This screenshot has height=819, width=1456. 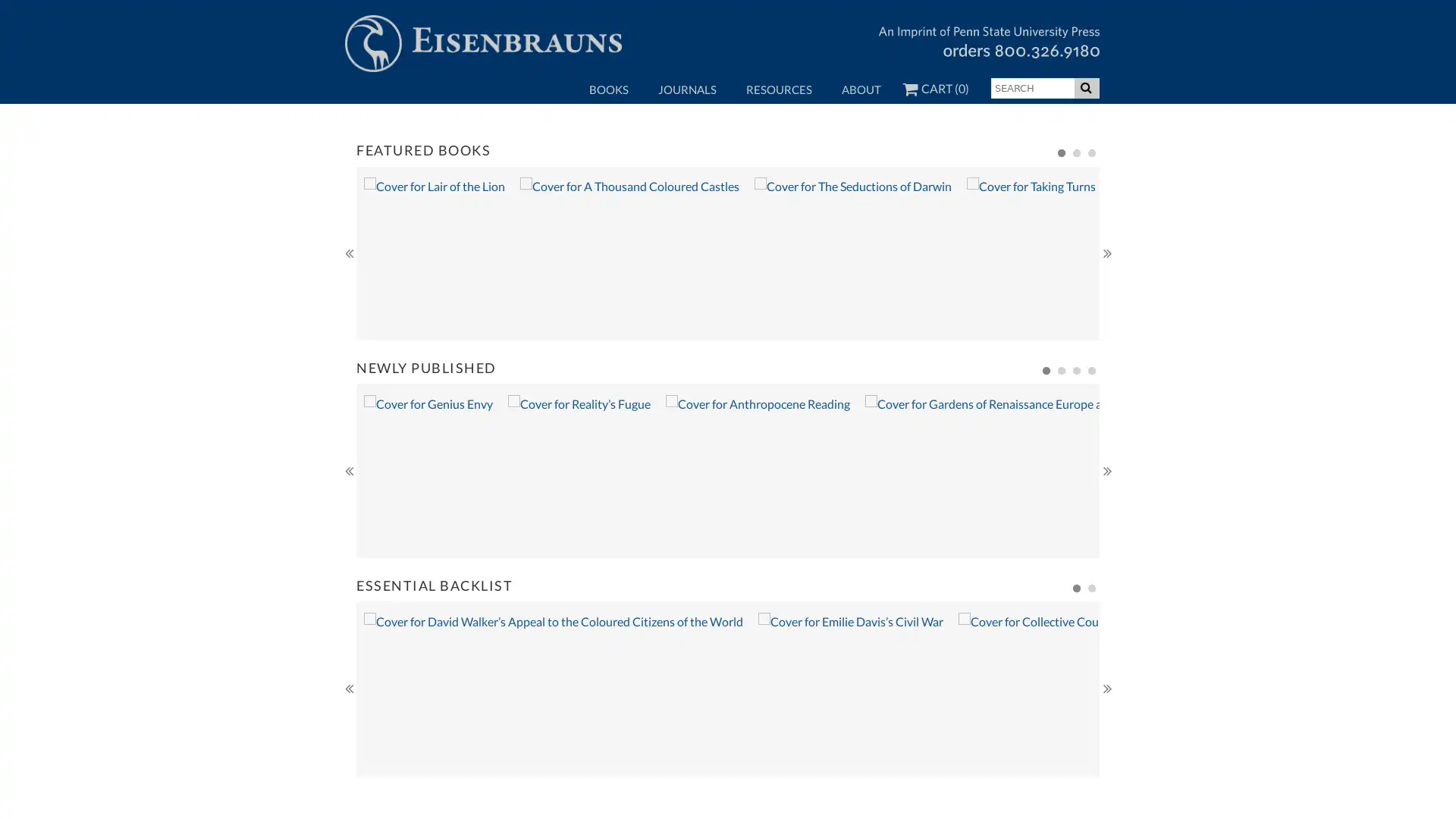 I want to click on Previous, so click(x=348, y=688).